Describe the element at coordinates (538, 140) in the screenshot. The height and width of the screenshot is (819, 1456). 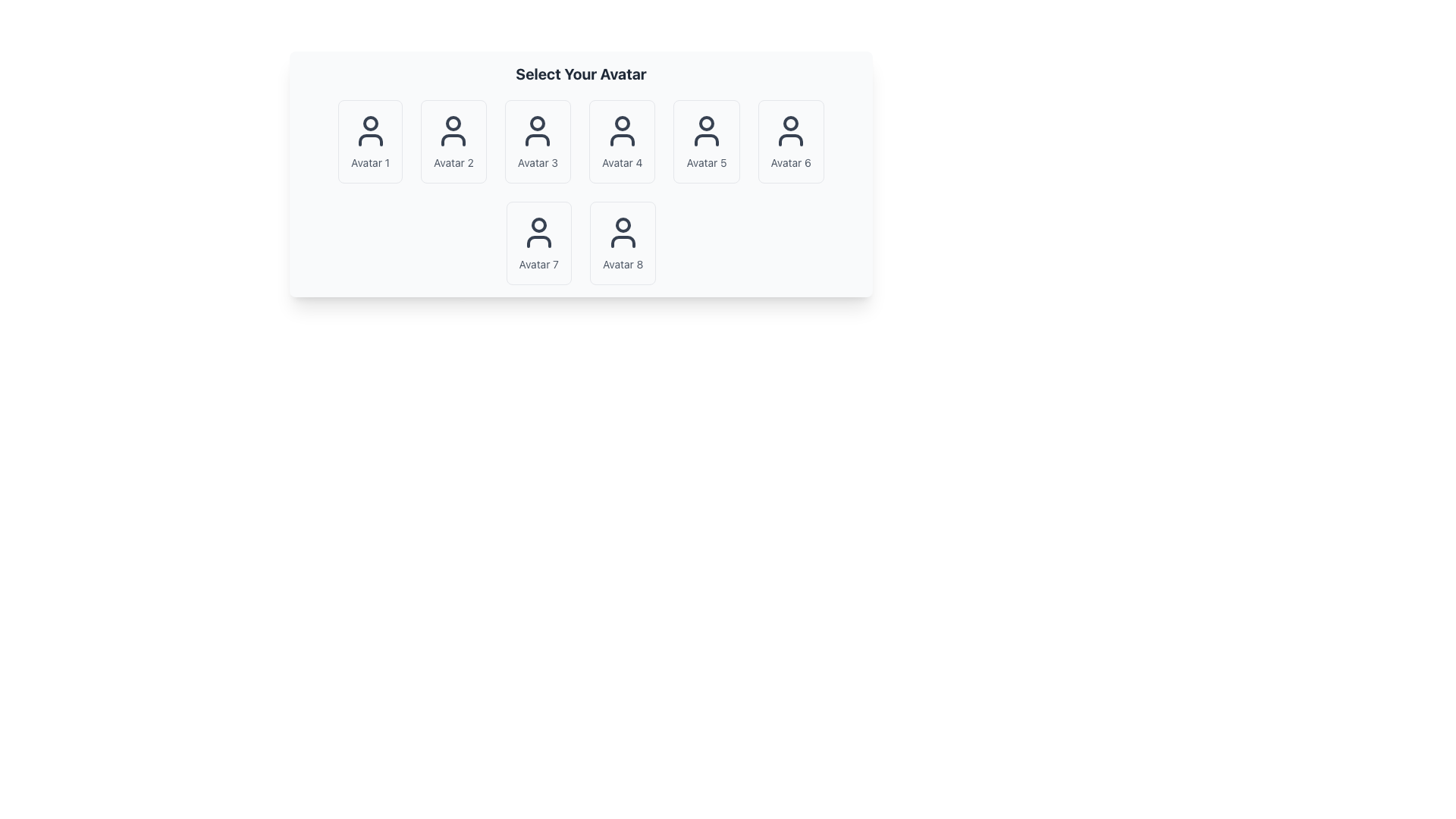
I see `user torso segment graphic representing 'Avatar 3' in the 'Select Your Avatar' section by targeting its center point` at that location.